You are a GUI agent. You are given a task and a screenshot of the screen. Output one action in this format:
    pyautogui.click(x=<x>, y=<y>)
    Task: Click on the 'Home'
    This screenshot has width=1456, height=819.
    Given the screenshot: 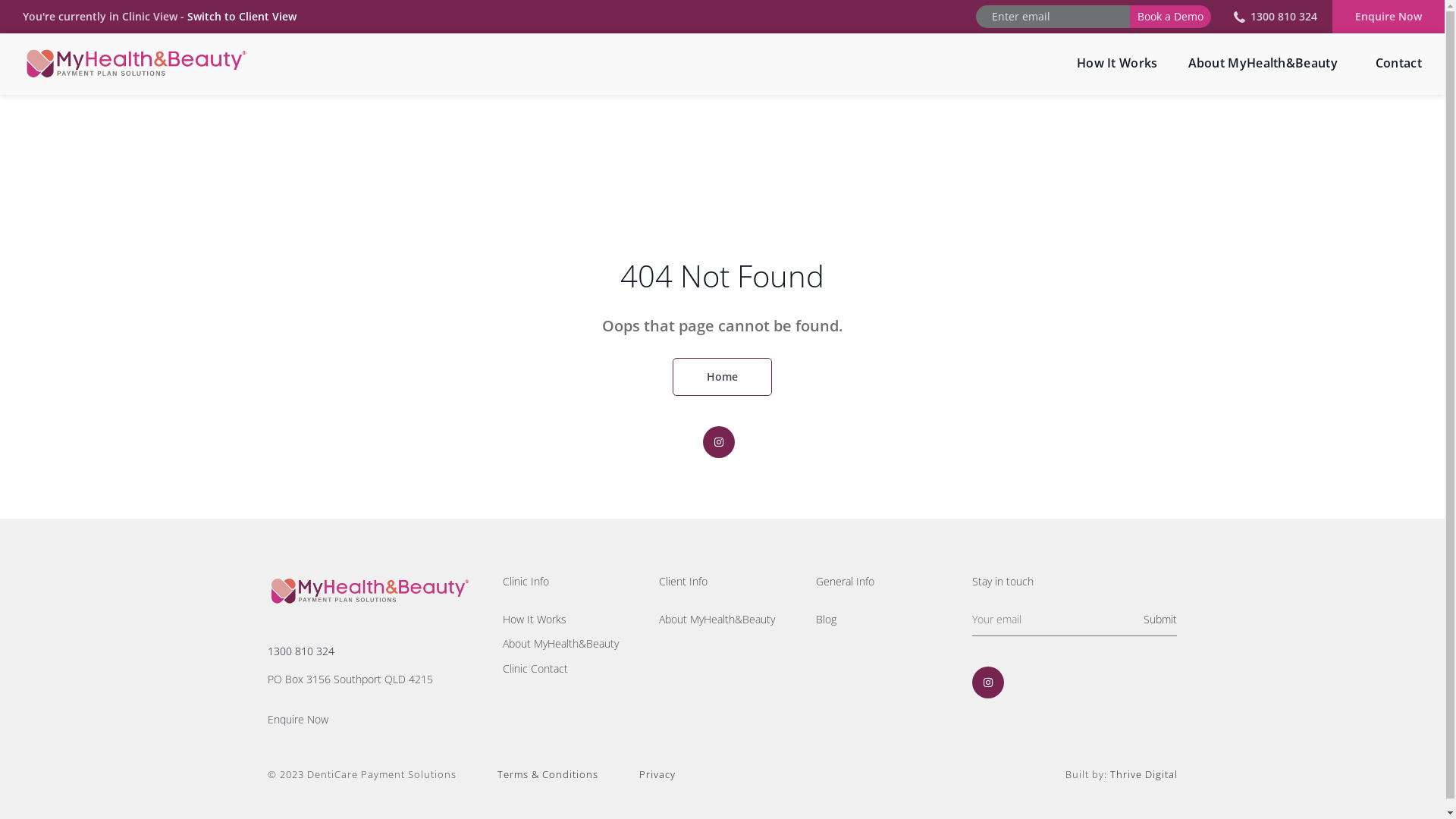 What is the action you would take?
    pyautogui.click(x=672, y=376)
    